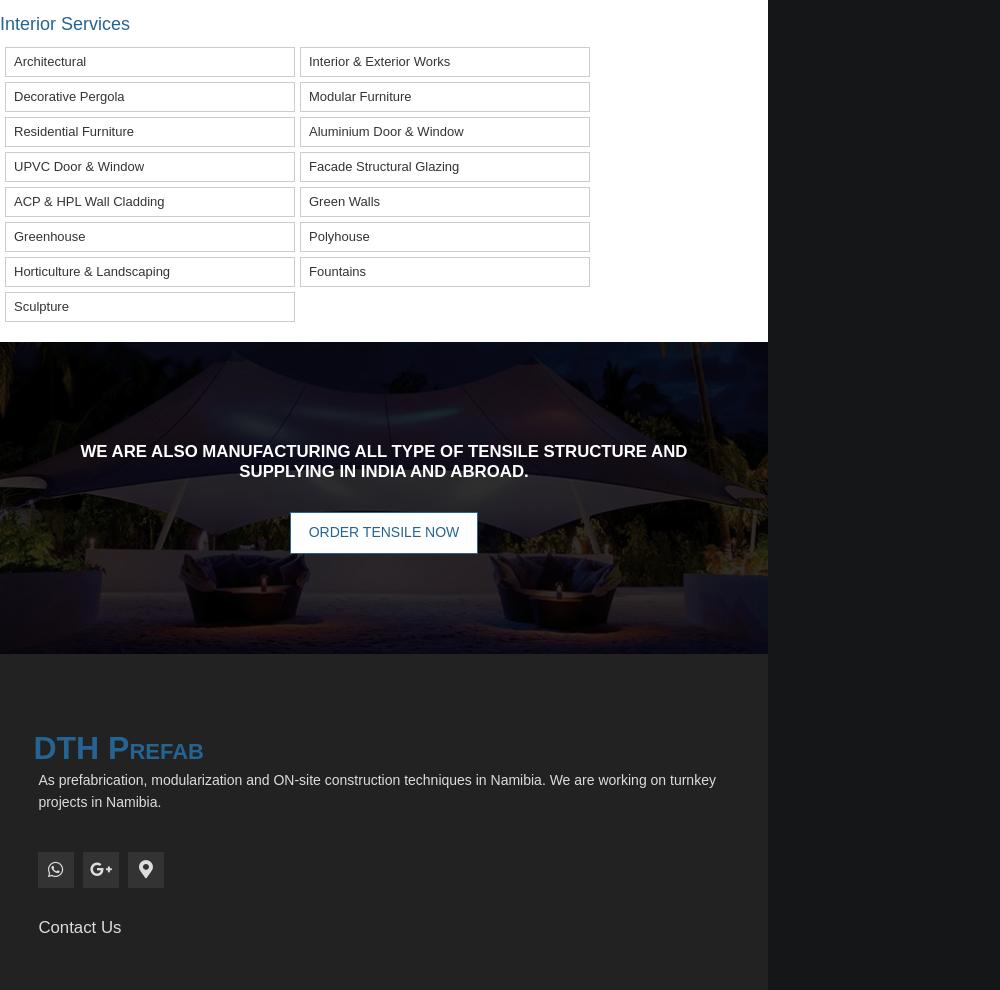 This screenshot has width=1000, height=990. What do you see at coordinates (64, 21) in the screenshot?
I see `'Interior Services'` at bounding box center [64, 21].